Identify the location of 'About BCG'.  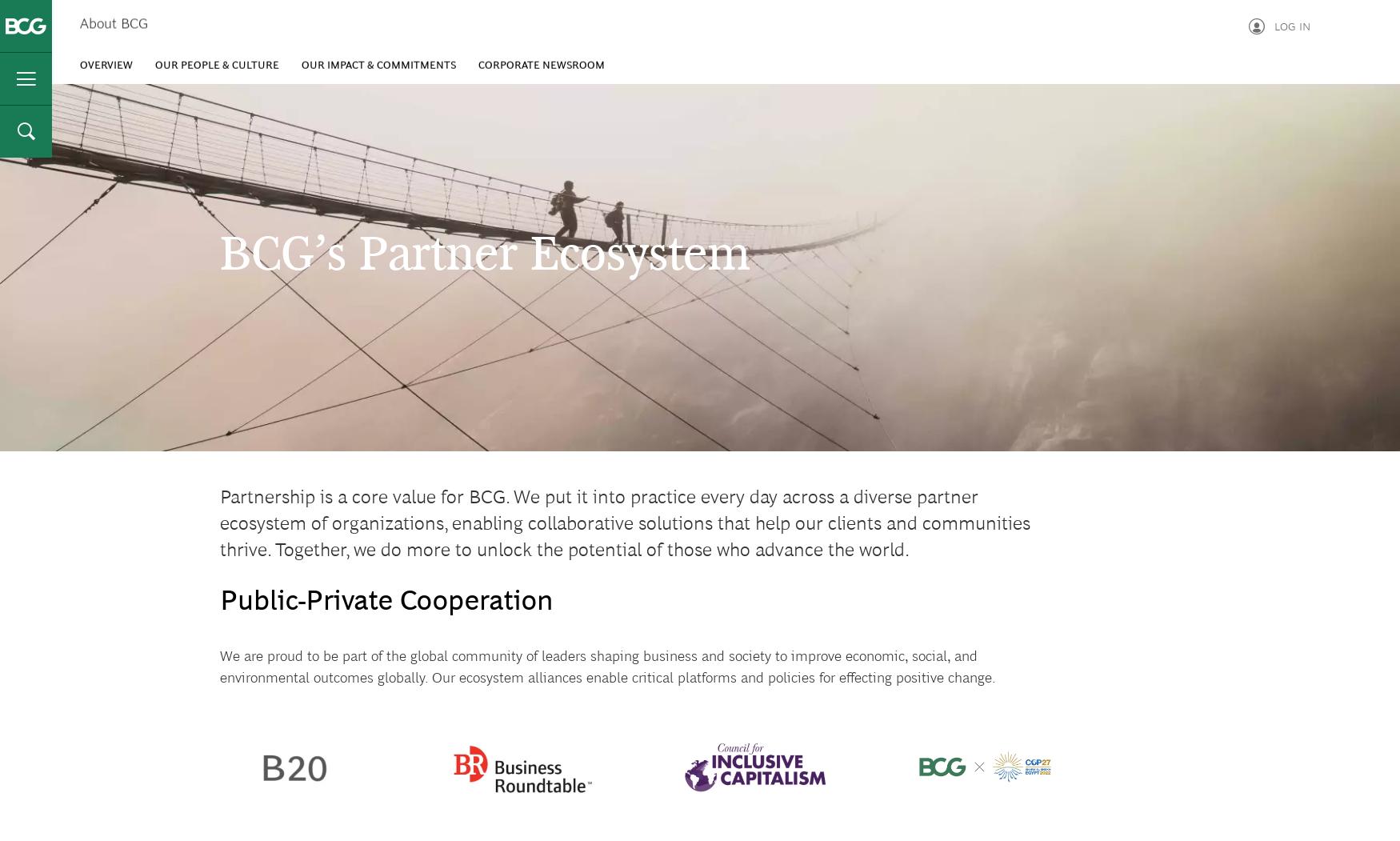
(79, 30).